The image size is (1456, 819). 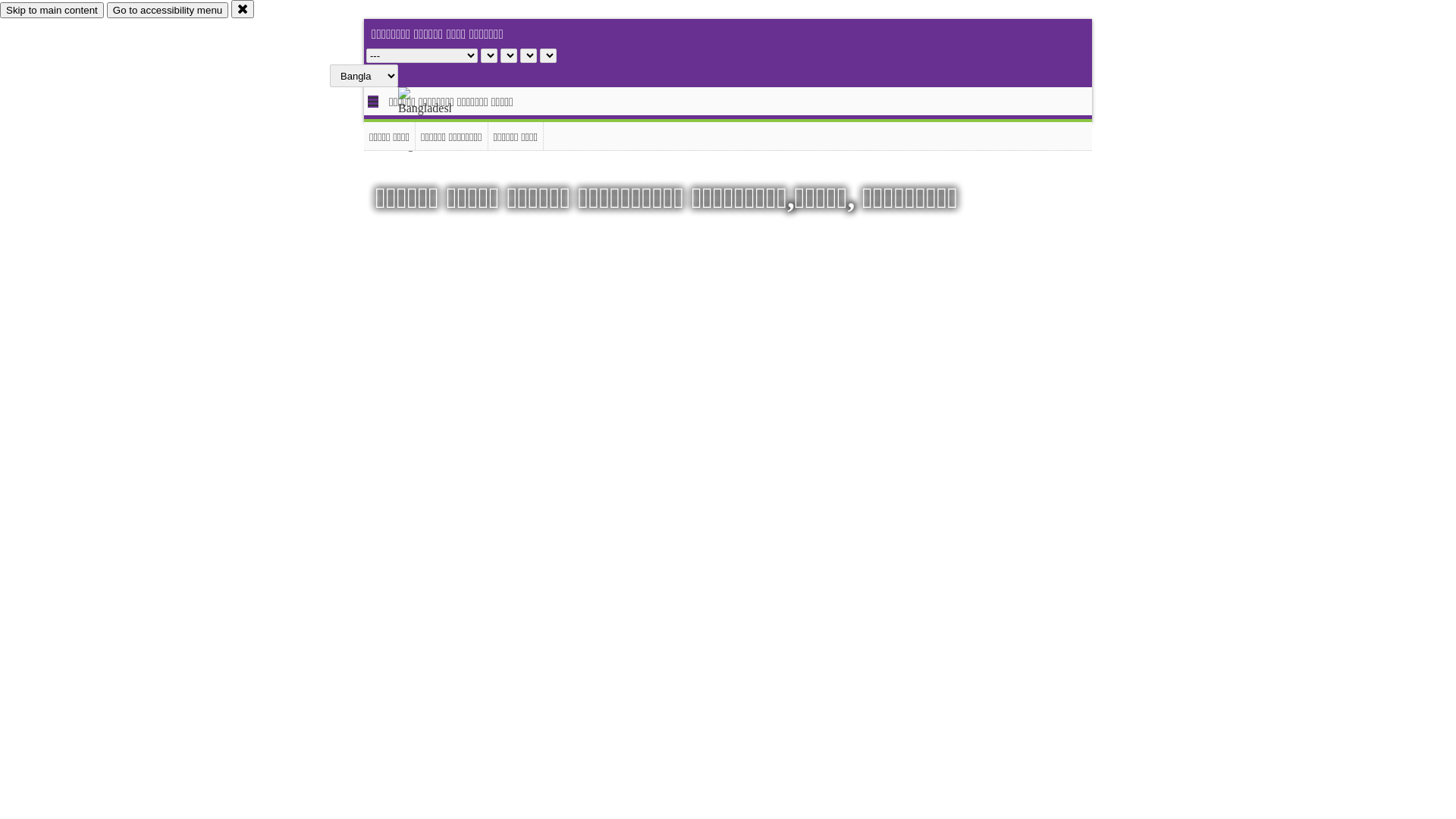 I want to click on 'close', so click(x=243, y=8).